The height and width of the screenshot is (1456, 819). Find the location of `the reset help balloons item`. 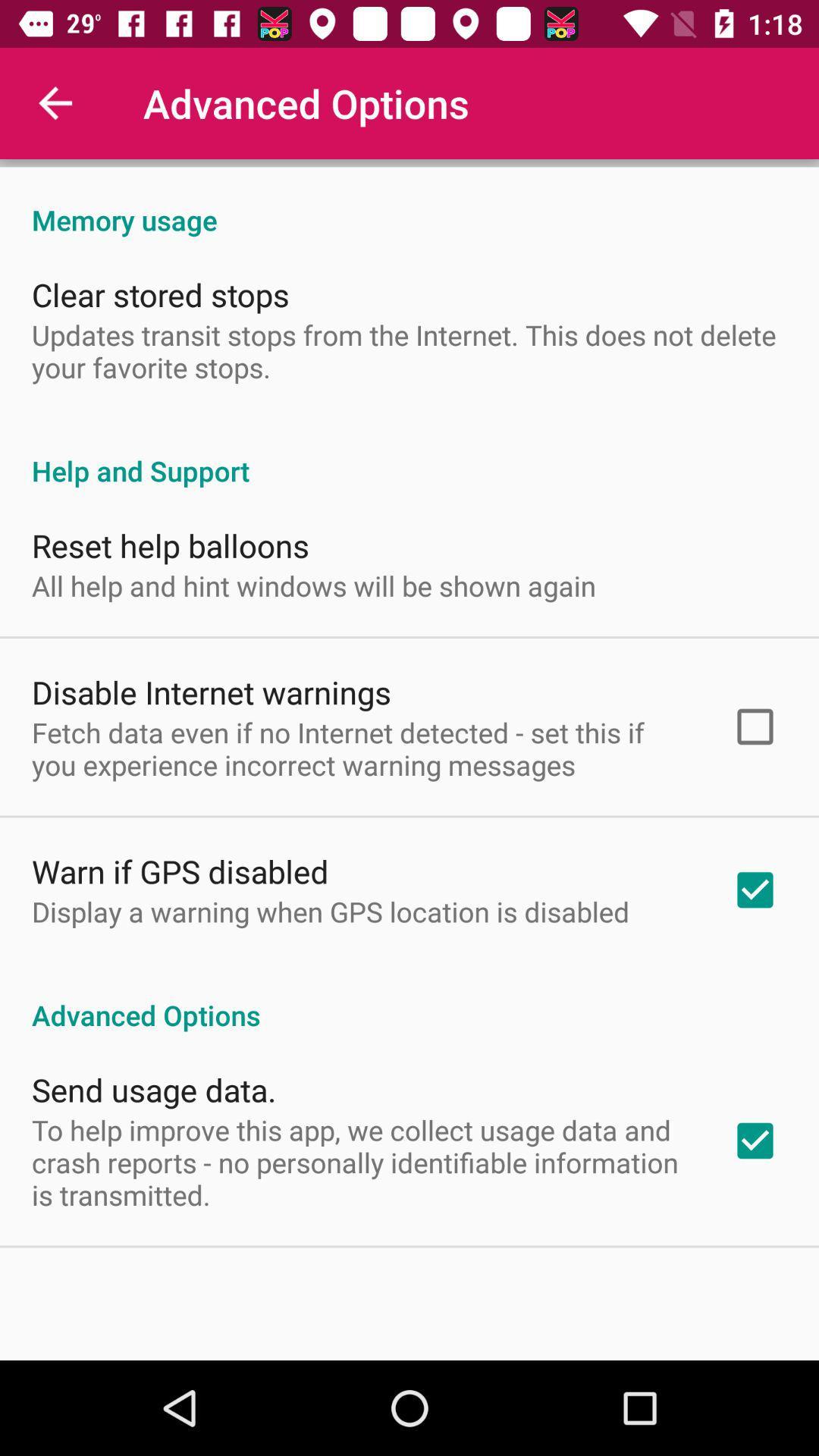

the reset help balloons item is located at coordinates (170, 545).